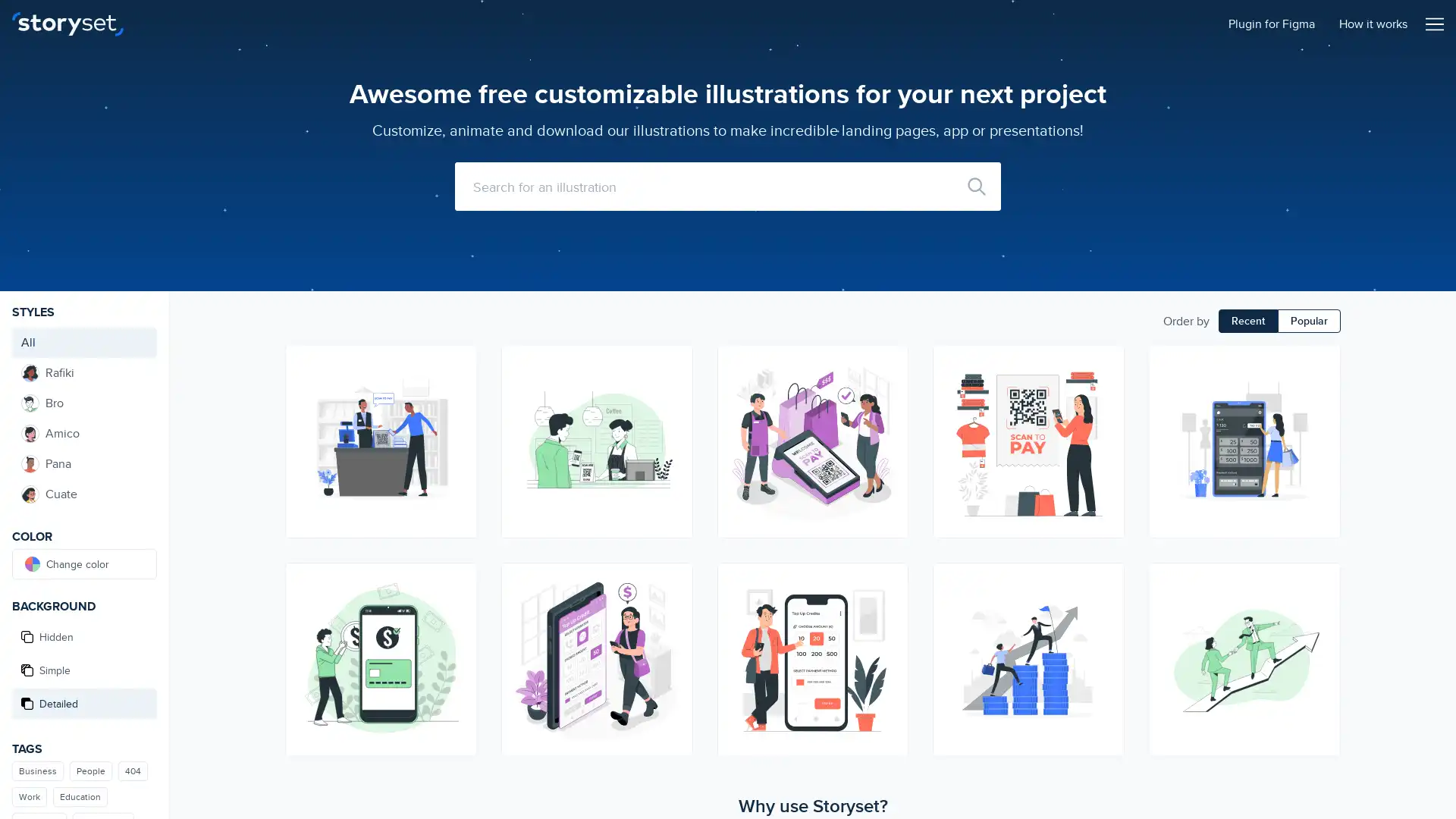 This screenshot has height=819, width=1456. What do you see at coordinates (457, 363) in the screenshot?
I see `wand icon Animate` at bounding box center [457, 363].